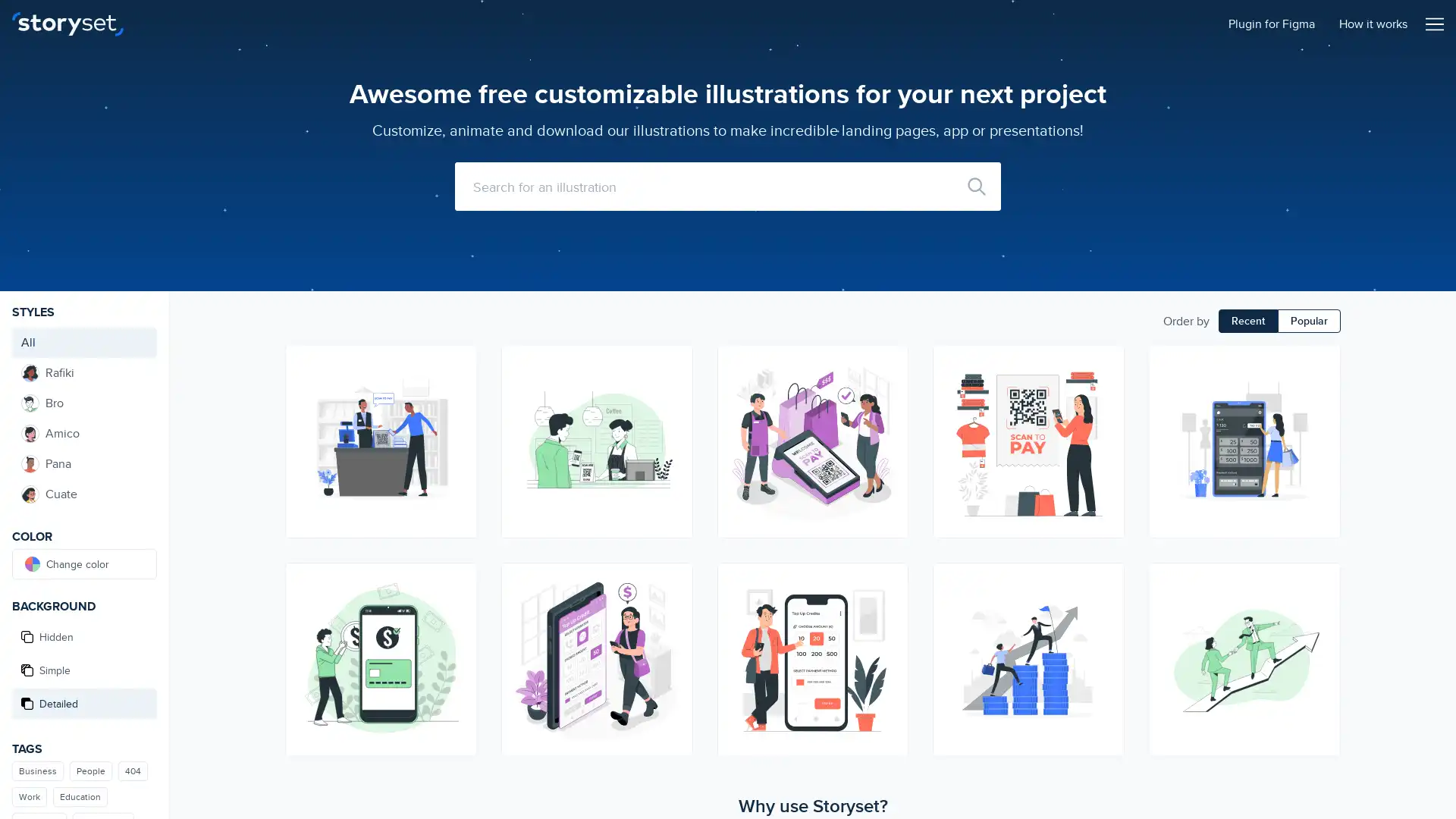 This screenshot has height=819, width=1456. What do you see at coordinates (457, 363) in the screenshot?
I see `wand icon Animate` at bounding box center [457, 363].